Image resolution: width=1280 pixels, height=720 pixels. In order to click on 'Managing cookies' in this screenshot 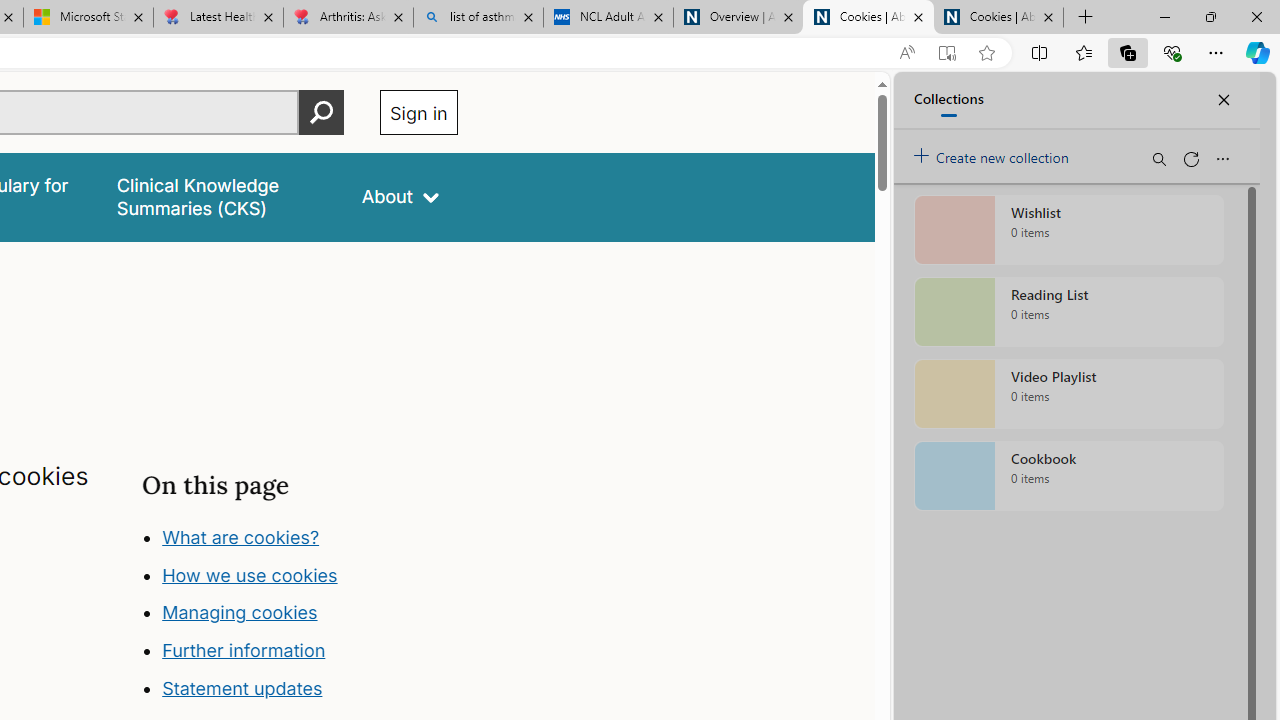, I will do `click(240, 612)`.